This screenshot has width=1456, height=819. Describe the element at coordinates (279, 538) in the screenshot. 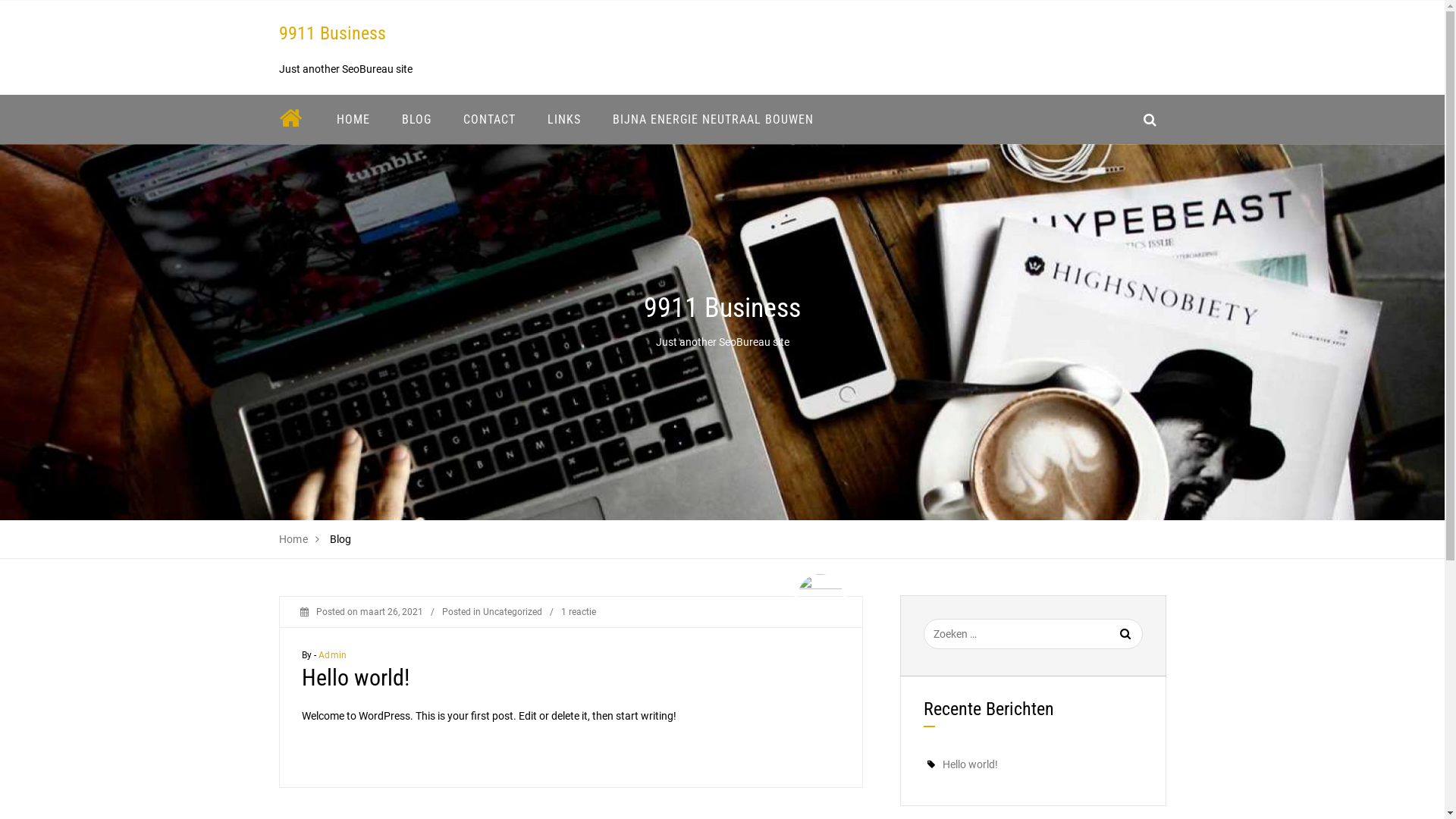

I see `'Home'` at that location.